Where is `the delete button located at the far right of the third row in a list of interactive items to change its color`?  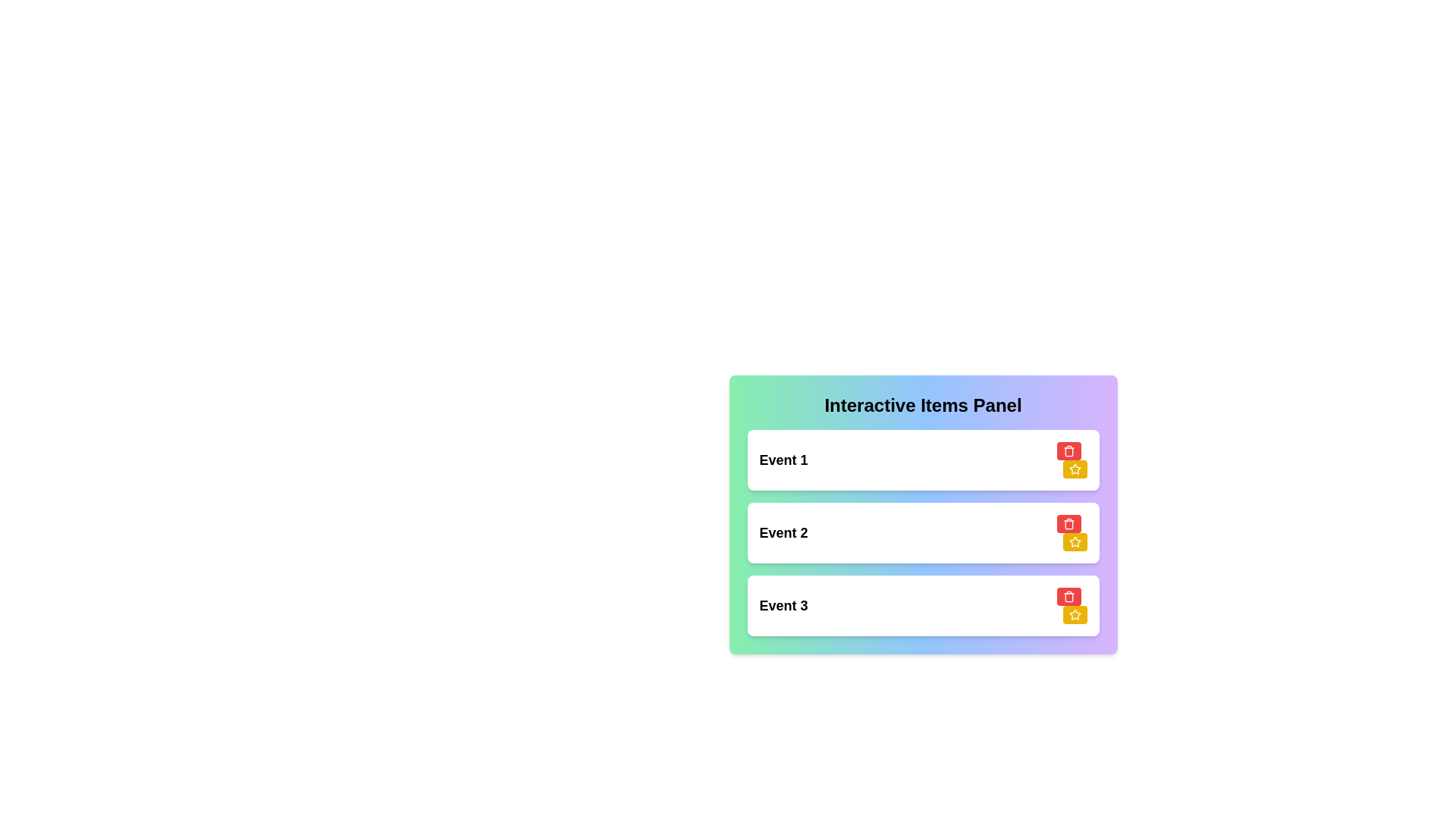 the delete button located at the far right of the third row in a list of interactive items to change its color is located at coordinates (1068, 595).